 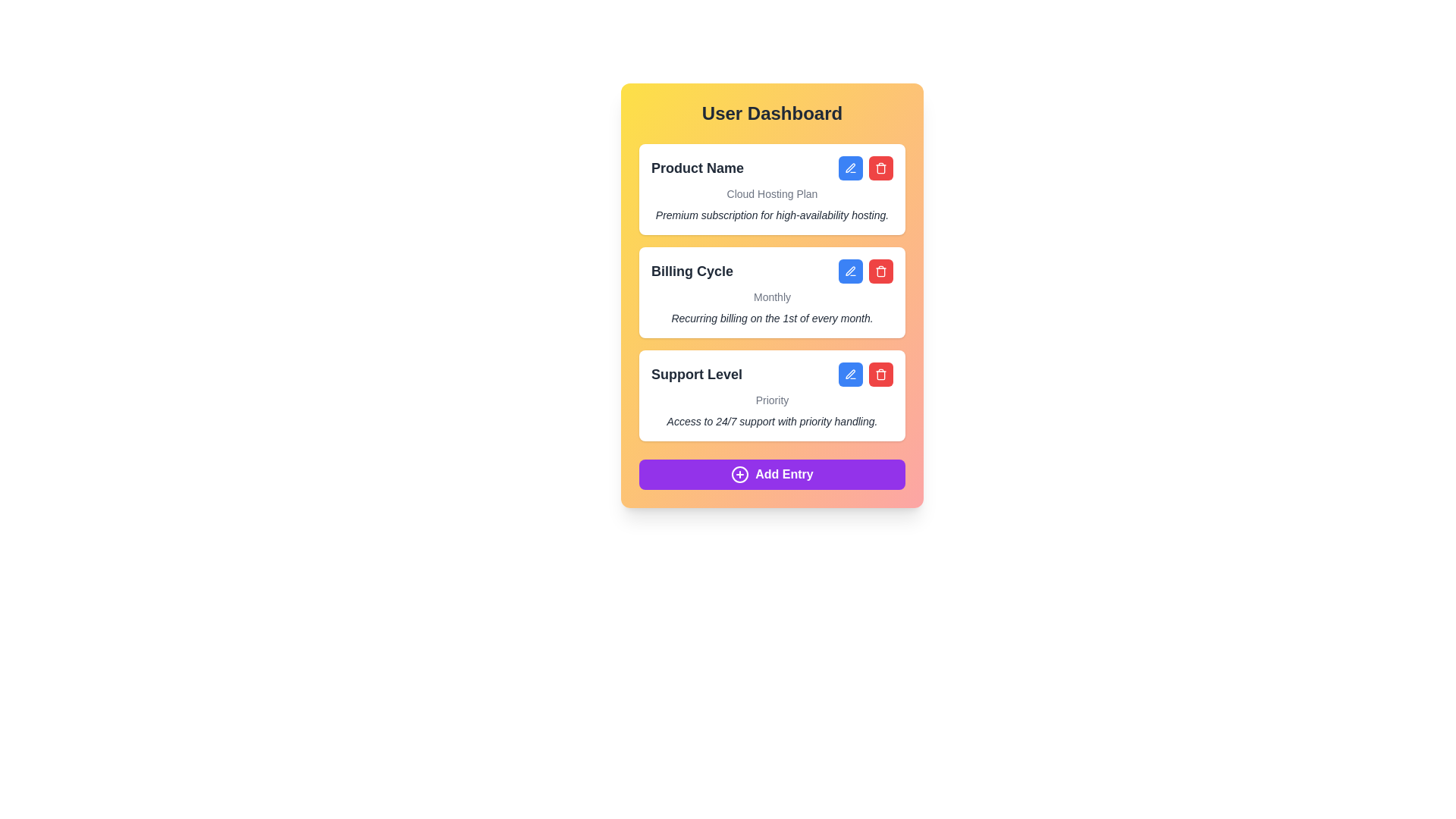 What do you see at coordinates (851, 374) in the screenshot?
I see `the small rectangular blue button with a white pen icon` at bounding box center [851, 374].